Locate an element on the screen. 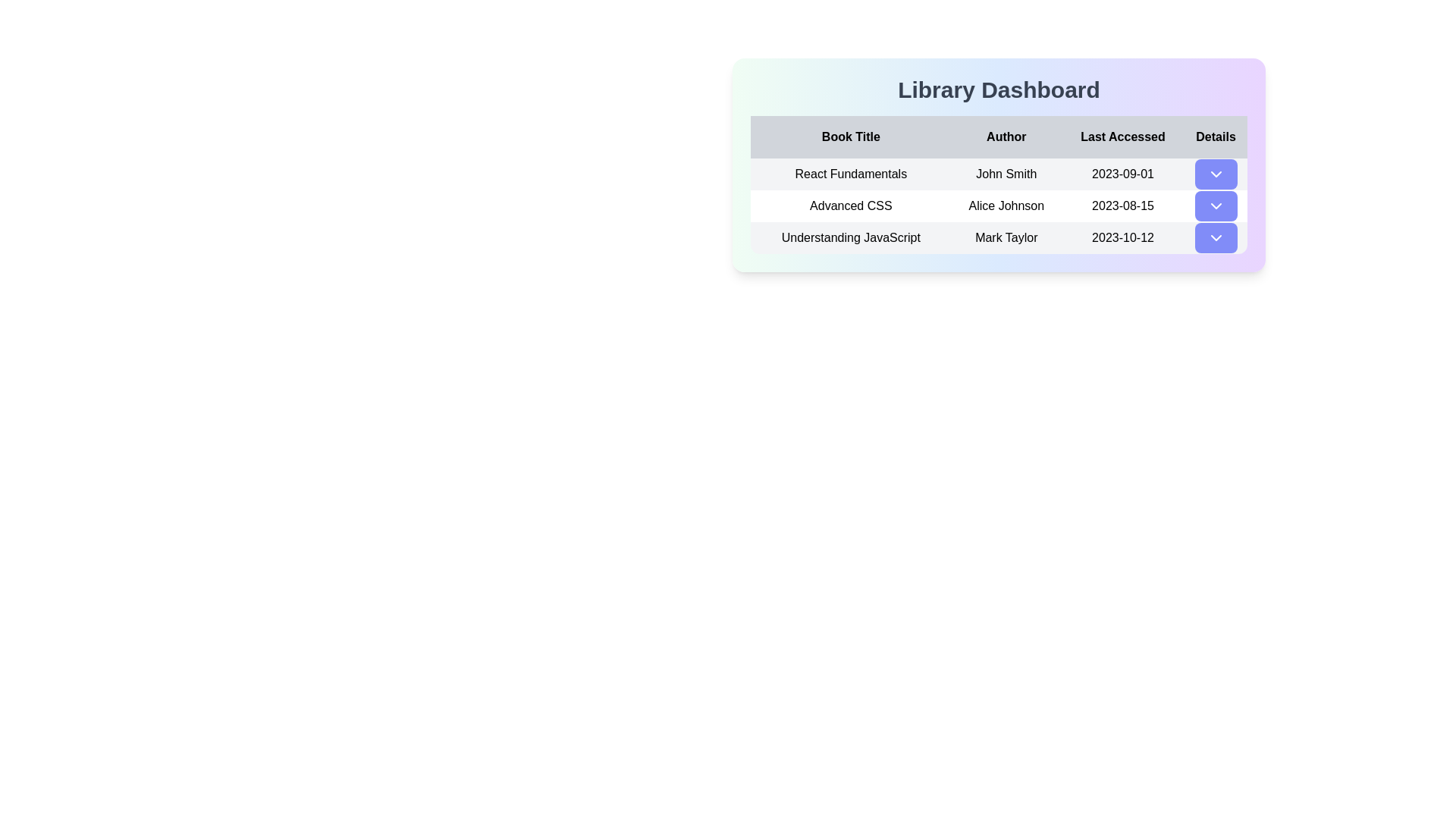 This screenshot has width=1456, height=819. the 'Advanced CSS' text label element located in the 'Book Title' column of the library dashboard interface is located at coordinates (851, 206).